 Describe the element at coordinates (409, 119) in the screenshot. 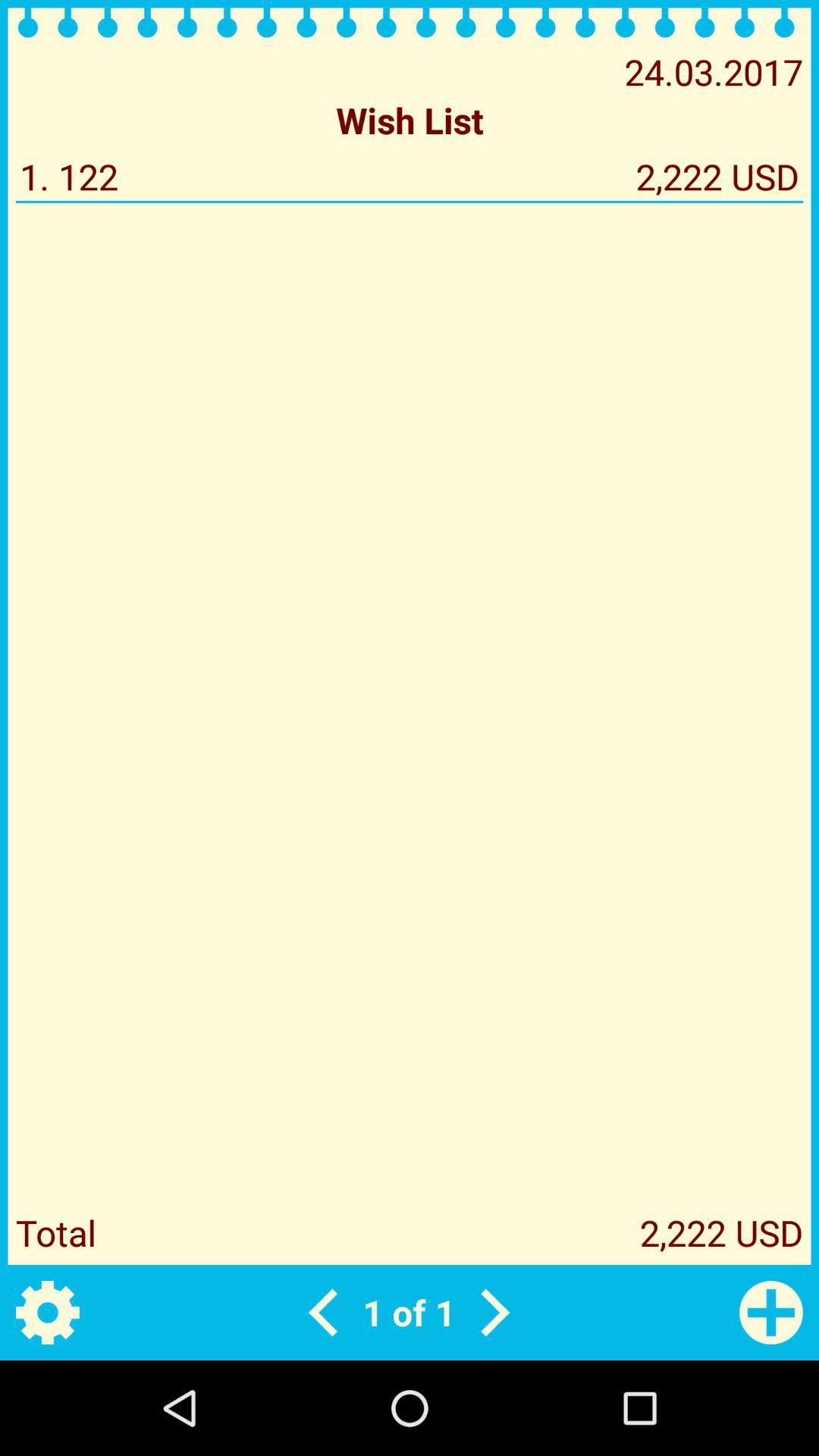

I see `the icon below 24.03.2017 app` at that location.